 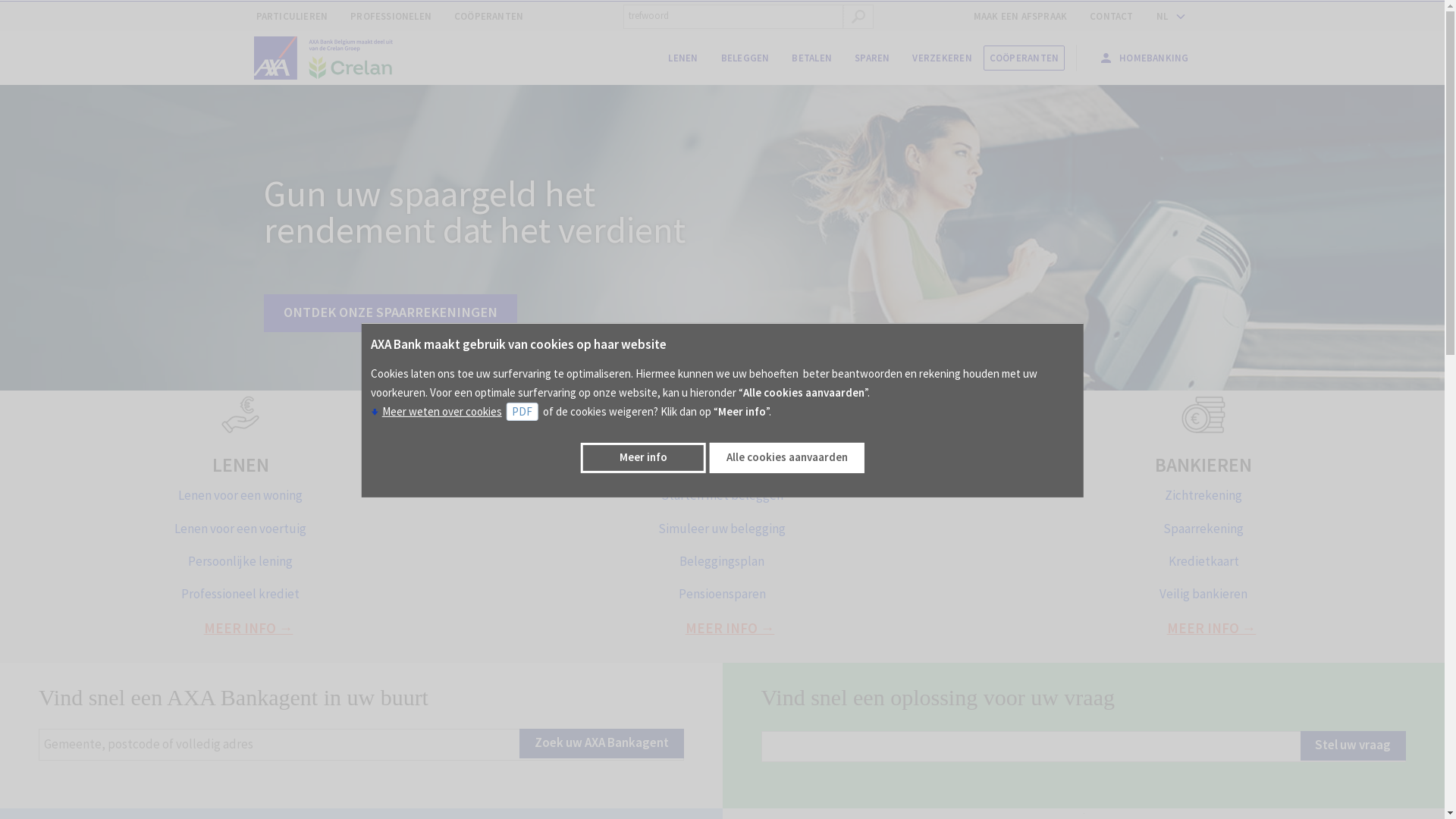 I want to click on 'Stel uw vraag', so click(x=1298, y=745).